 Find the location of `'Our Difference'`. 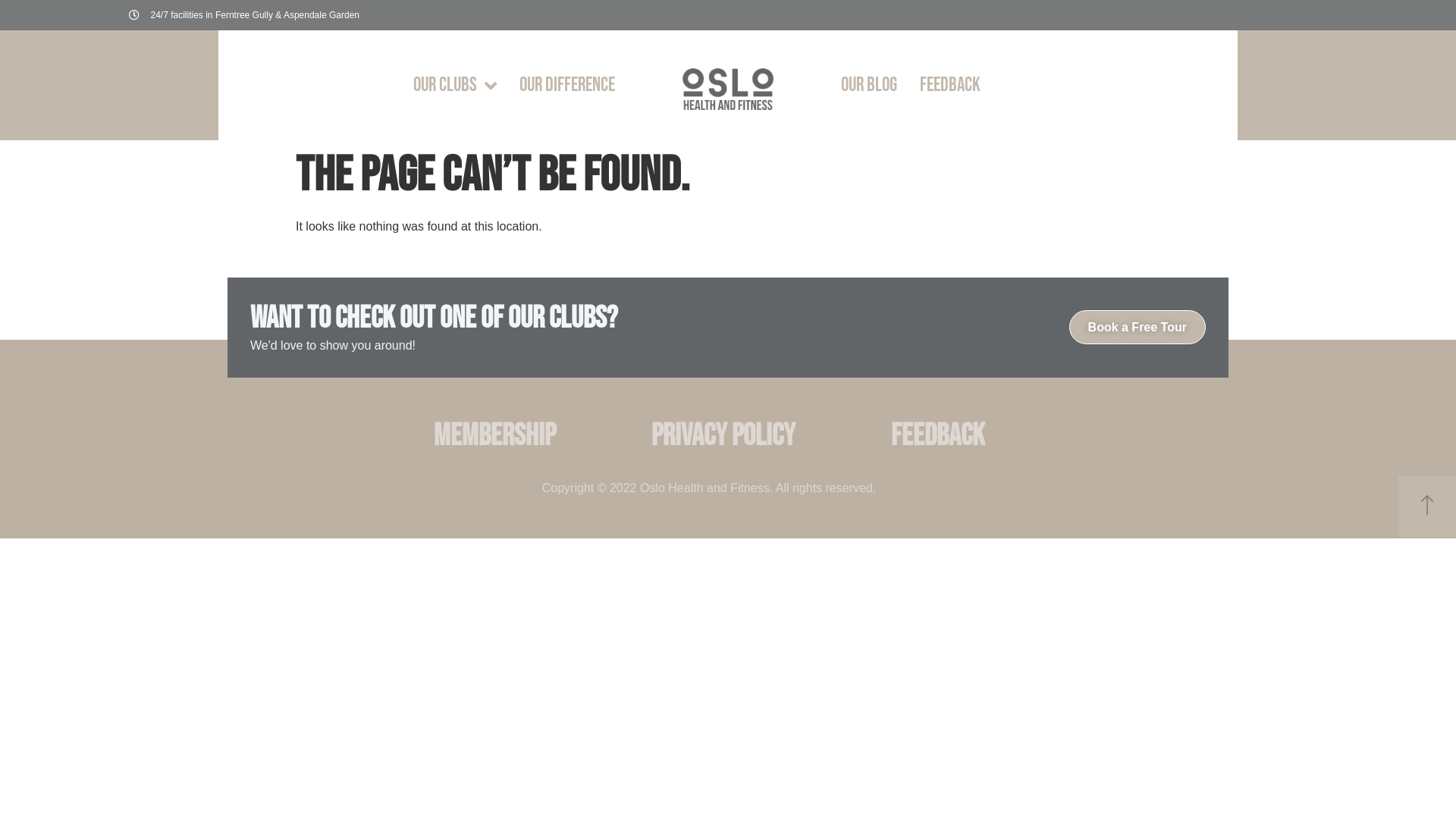

'Our Difference' is located at coordinates (566, 85).